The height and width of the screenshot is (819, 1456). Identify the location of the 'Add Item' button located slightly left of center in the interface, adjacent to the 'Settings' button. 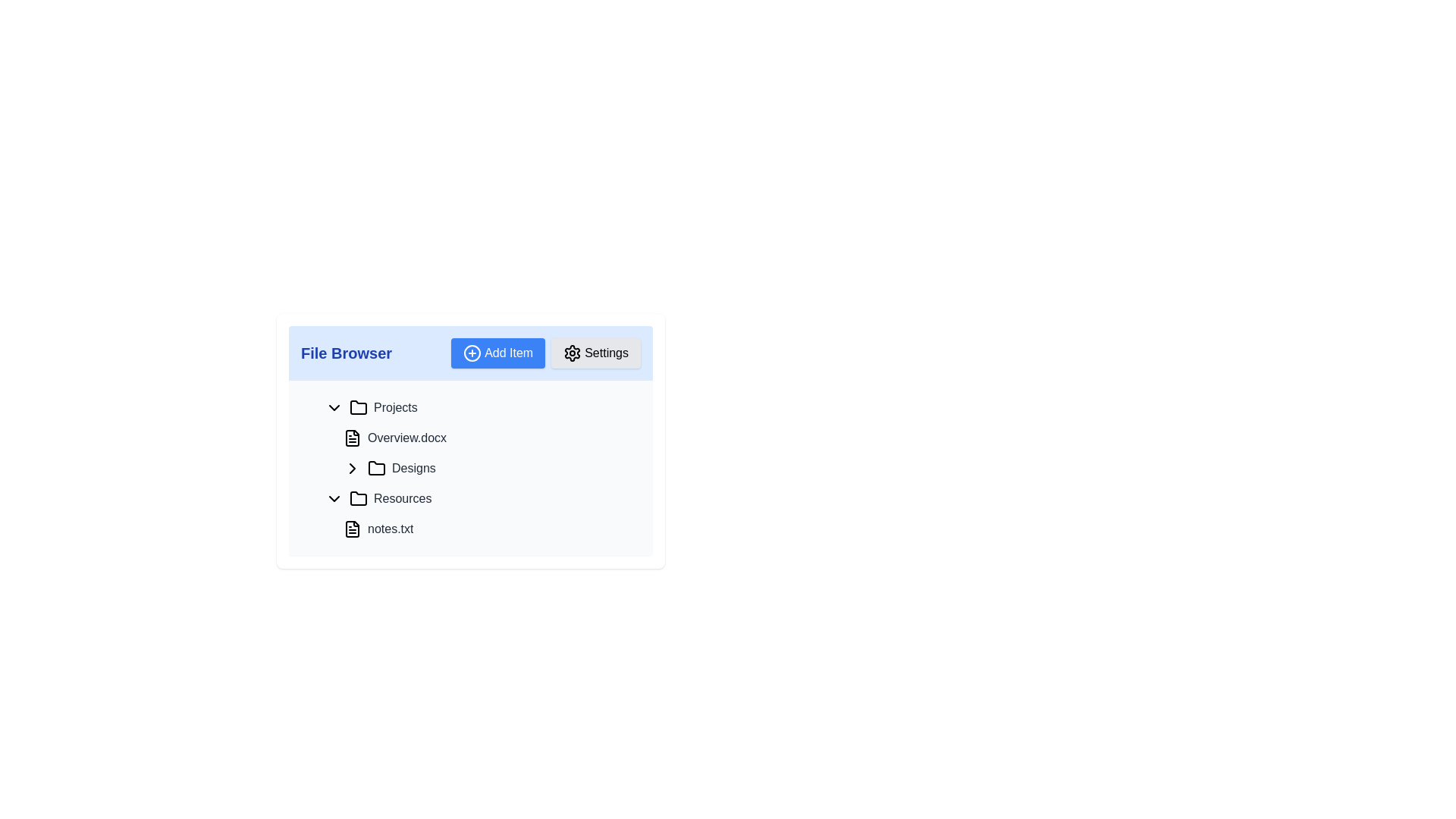
(546, 353).